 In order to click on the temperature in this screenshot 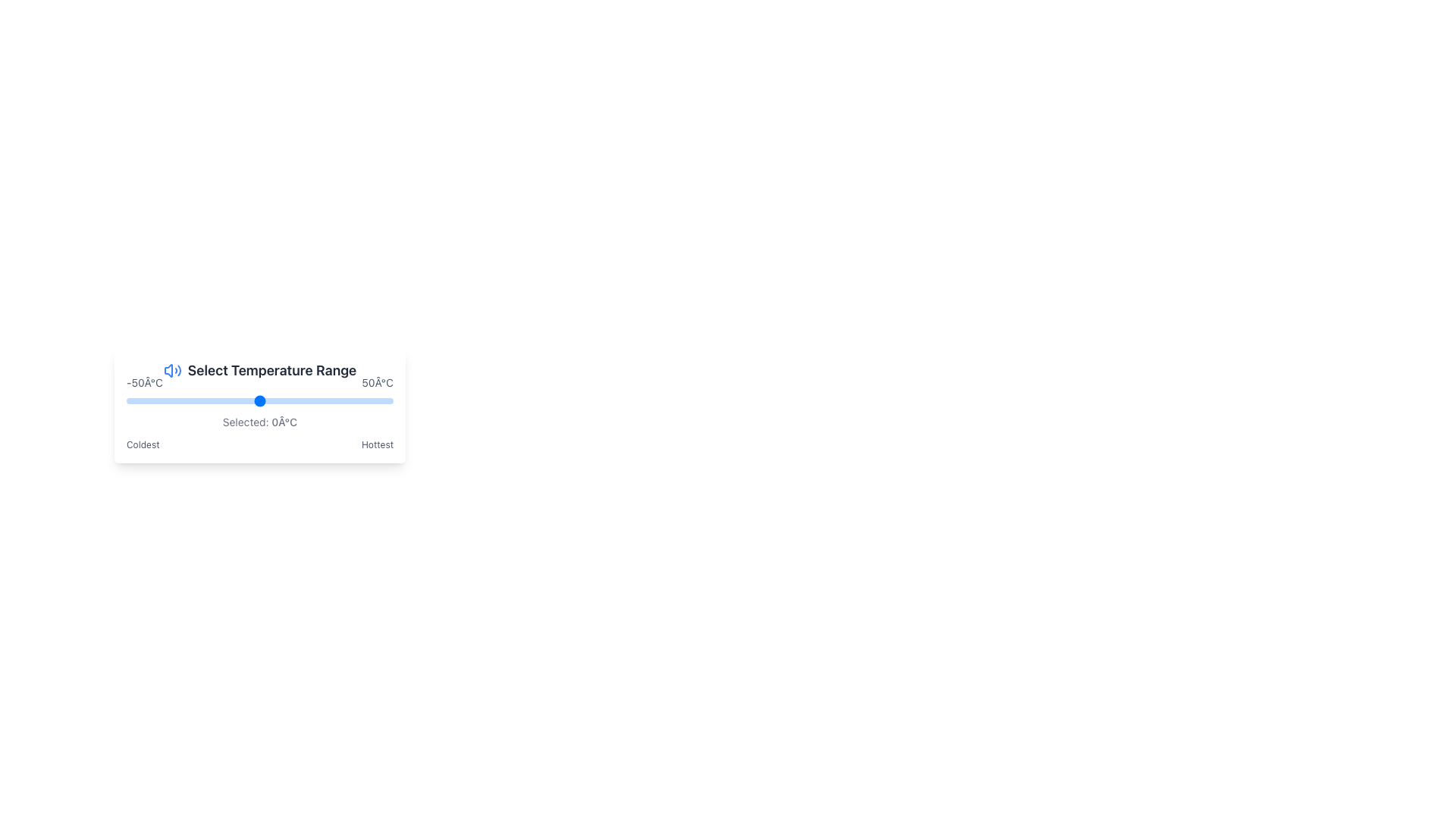, I will do `click(211, 400)`.